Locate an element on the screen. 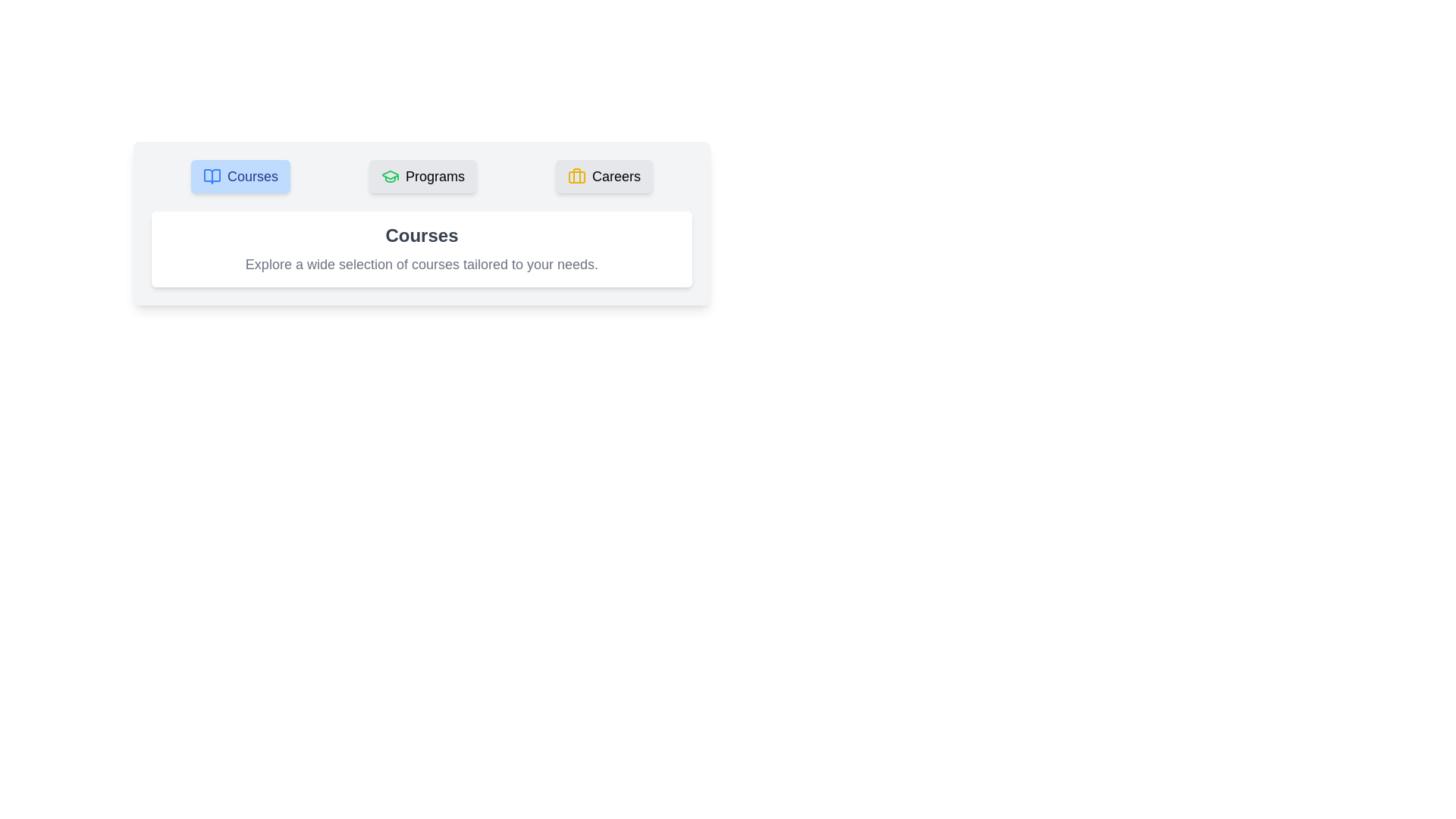  the tab labeled Courses to observe its hover effect is located at coordinates (240, 175).